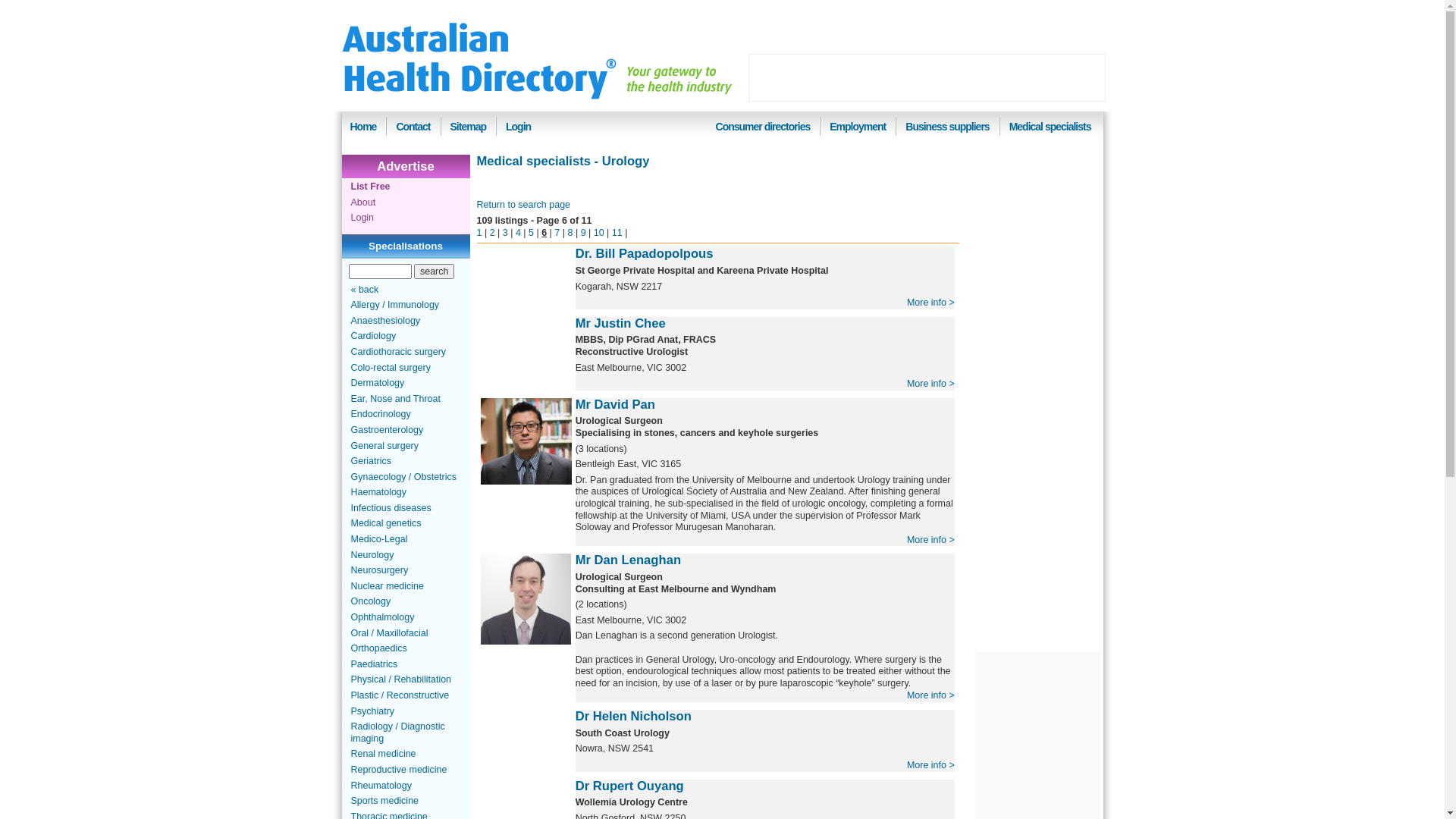  Describe the element at coordinates (349, 711) in the screenshot. I see `'Psychiatry'` at that location.